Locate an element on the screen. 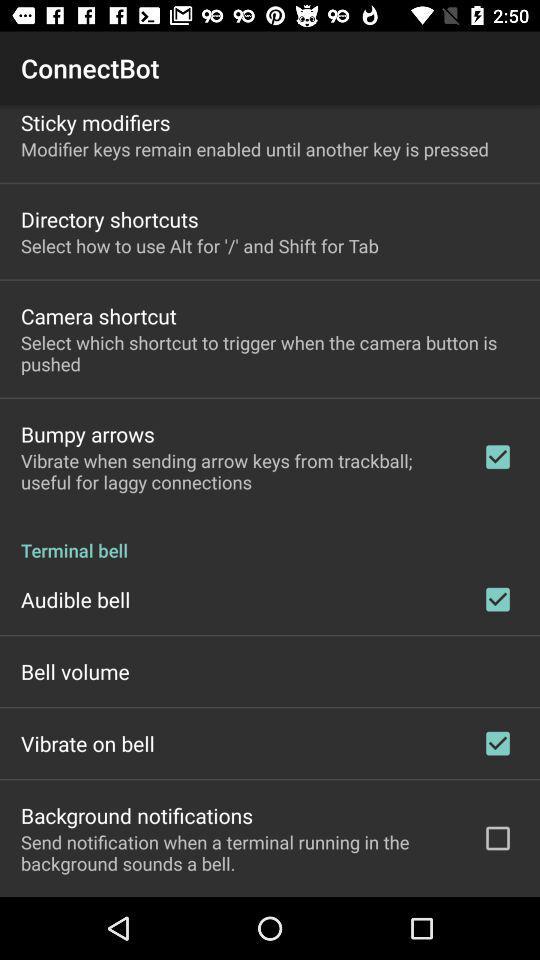 This screenshot has height=960, width=540. send notification when item is located at coordinates (238, 851).